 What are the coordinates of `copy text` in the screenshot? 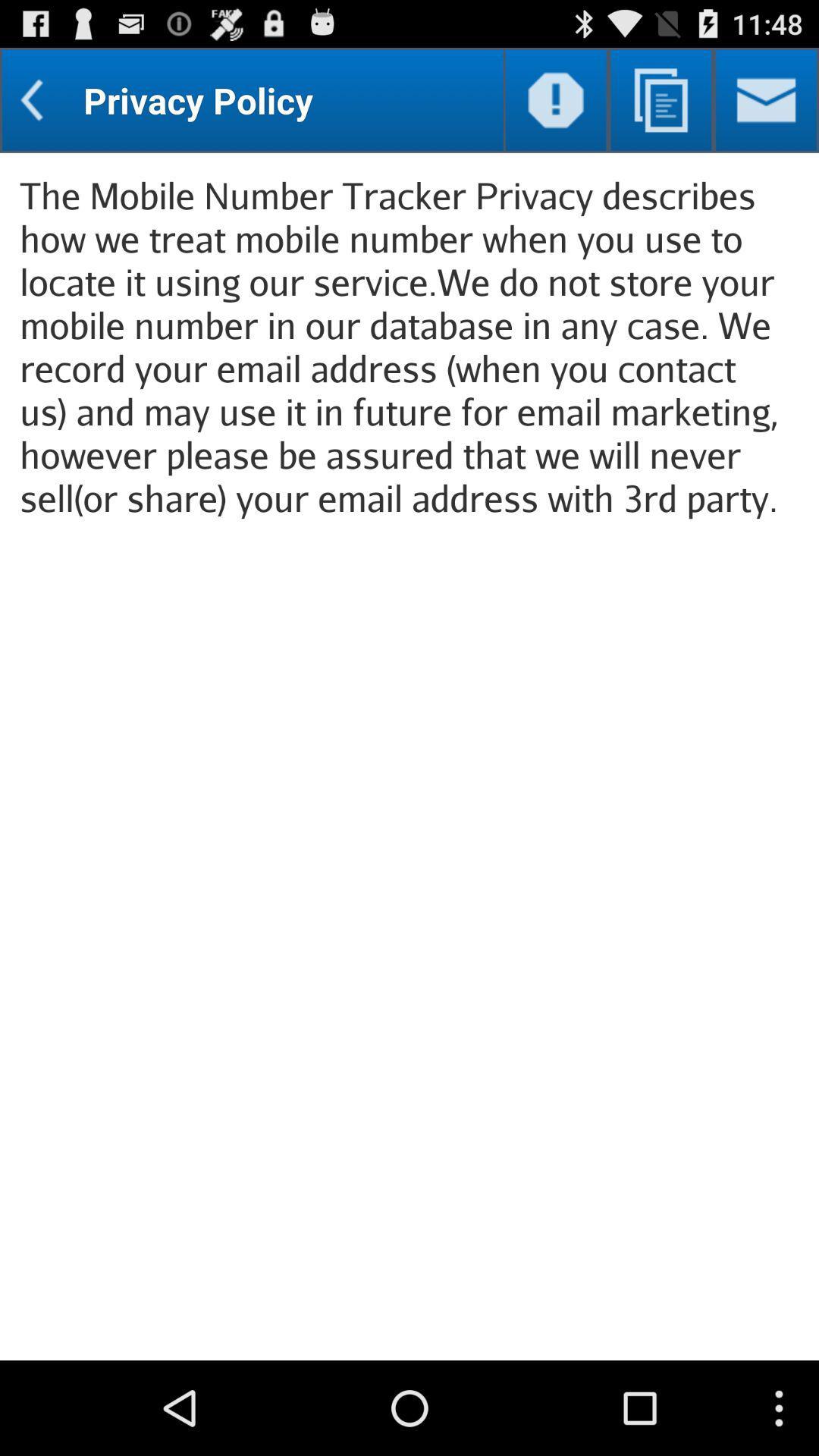 It's located at (660, 99).